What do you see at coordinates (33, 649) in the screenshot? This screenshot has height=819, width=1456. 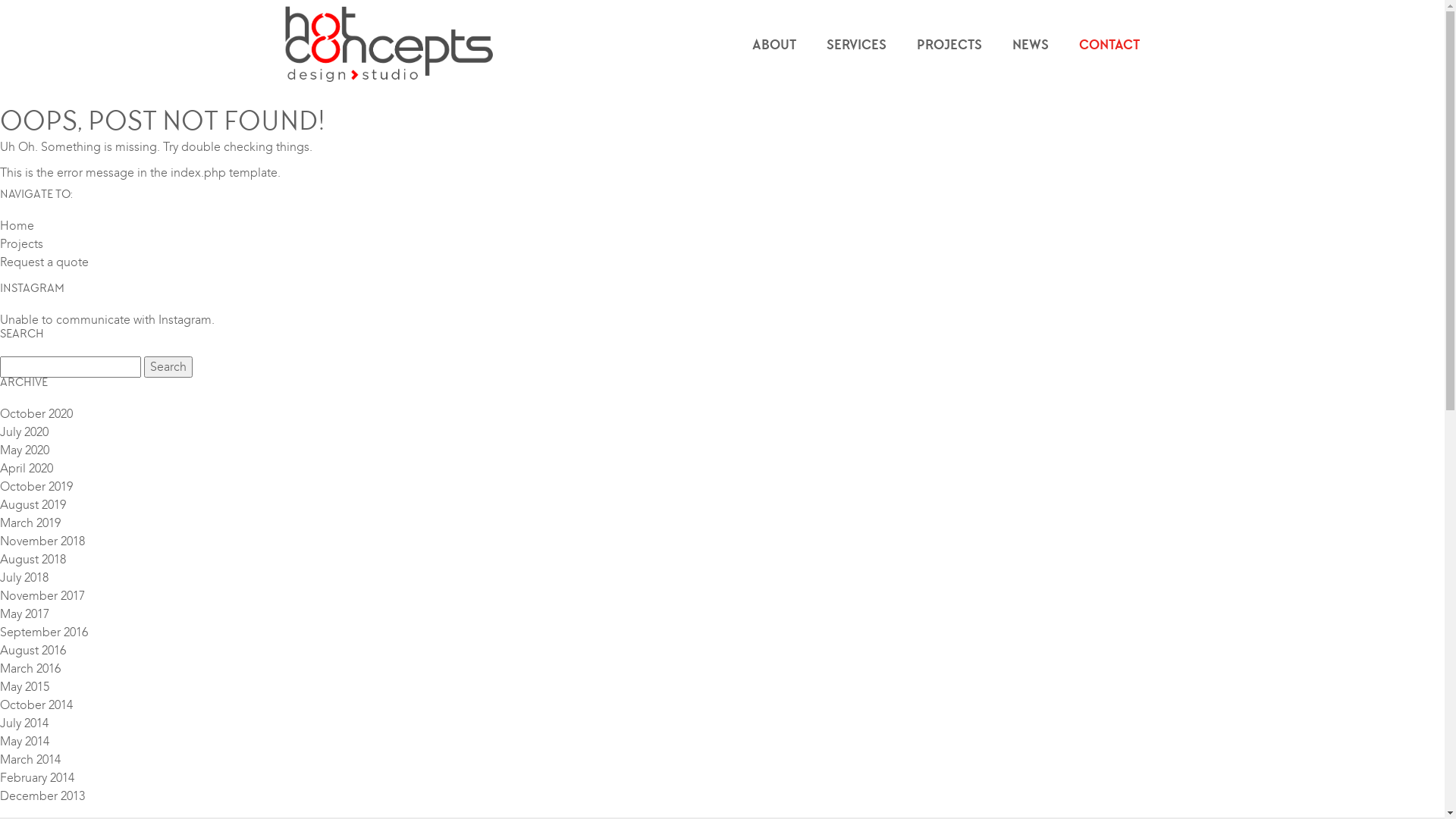 I see `'August 2016'` at bounding box center [33, 649].